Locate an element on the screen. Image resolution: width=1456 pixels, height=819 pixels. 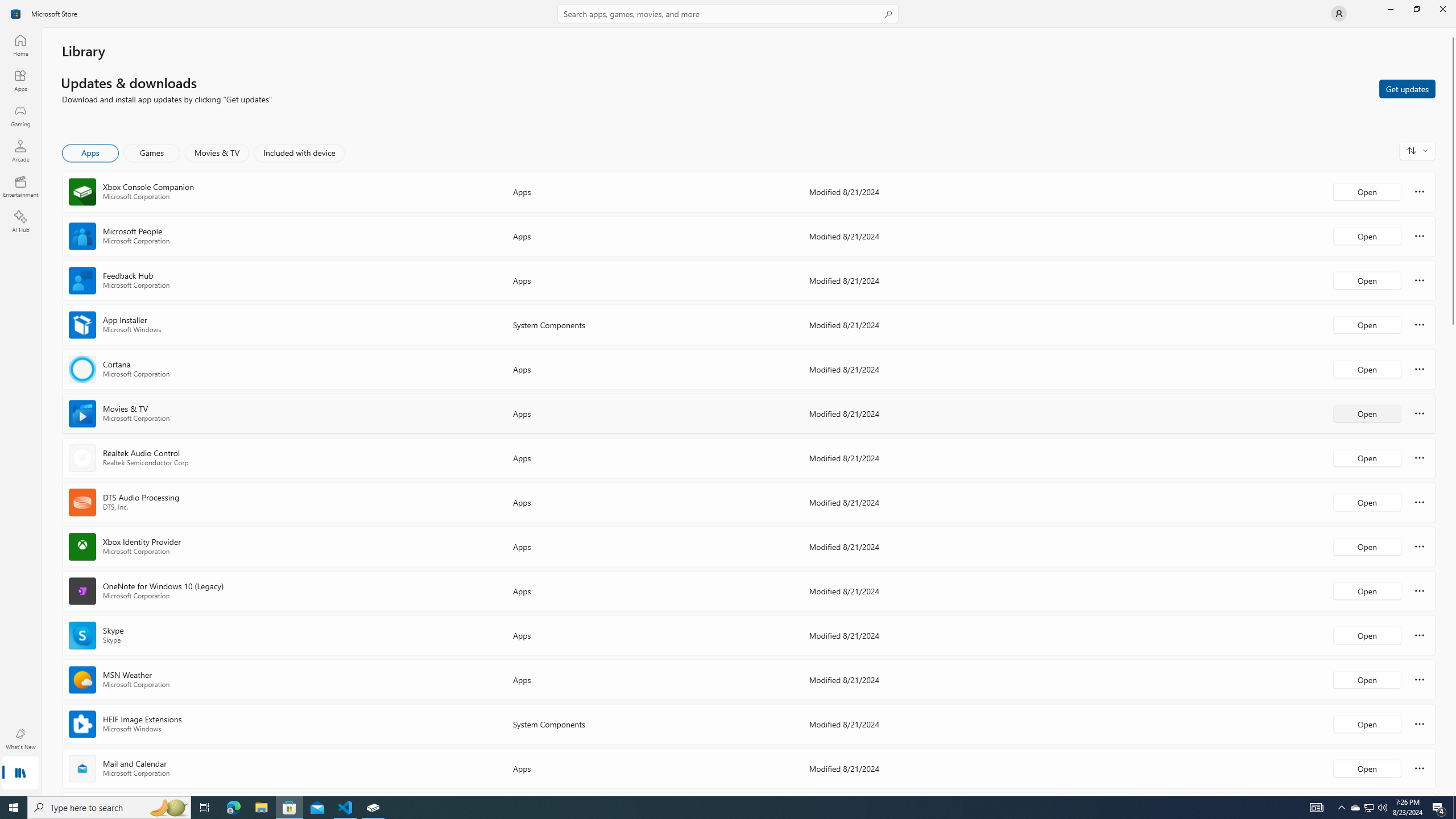
'Vertical' is located at coordinates (1451, 412).